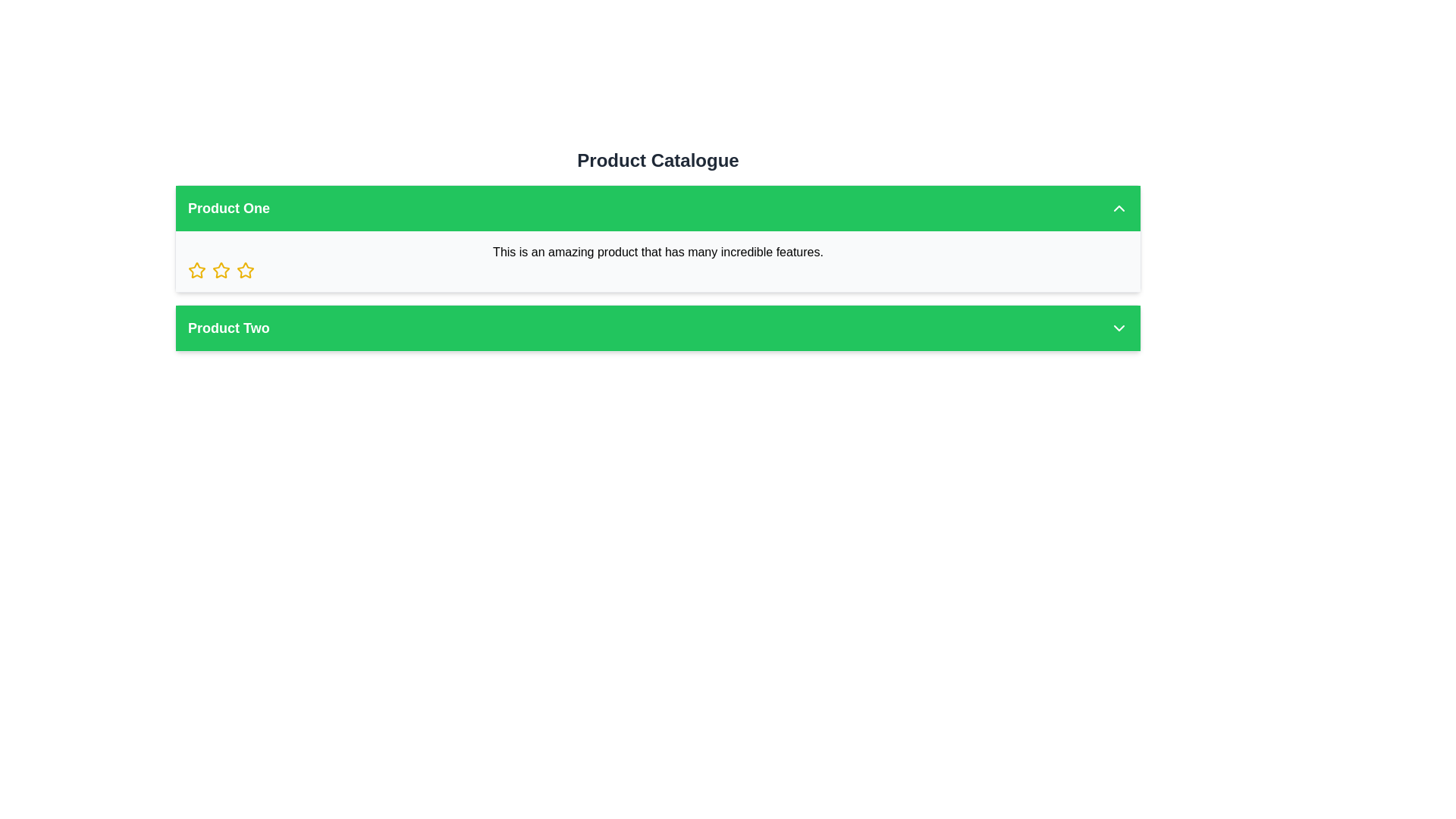 The image size is (1456, 819). Describe the element at coordinates (221, 269) in the screenshot. I see `the second star icon` at that location.